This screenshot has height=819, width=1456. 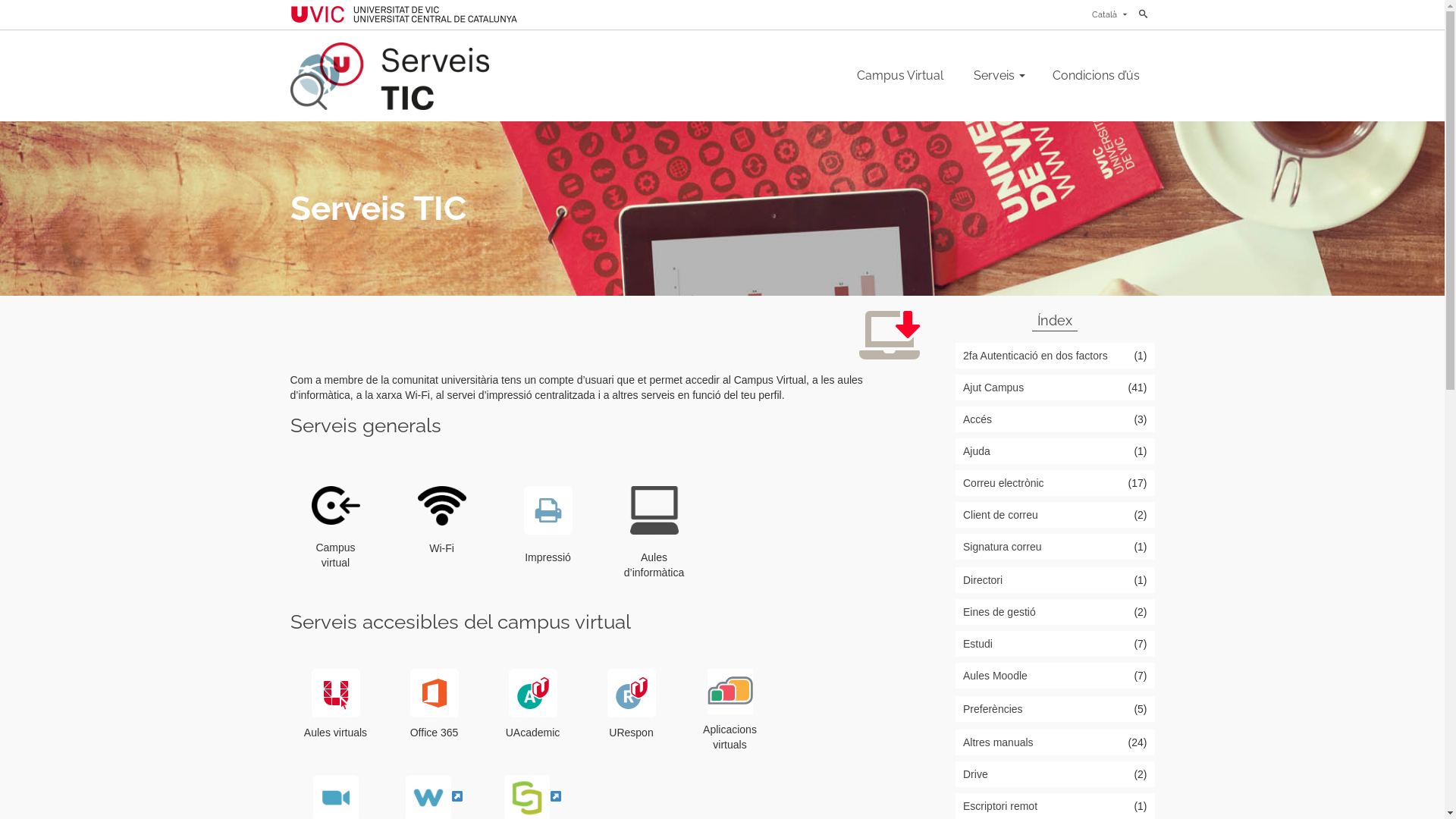 I want to click on 'Directori', so click(x=1054, y=579).